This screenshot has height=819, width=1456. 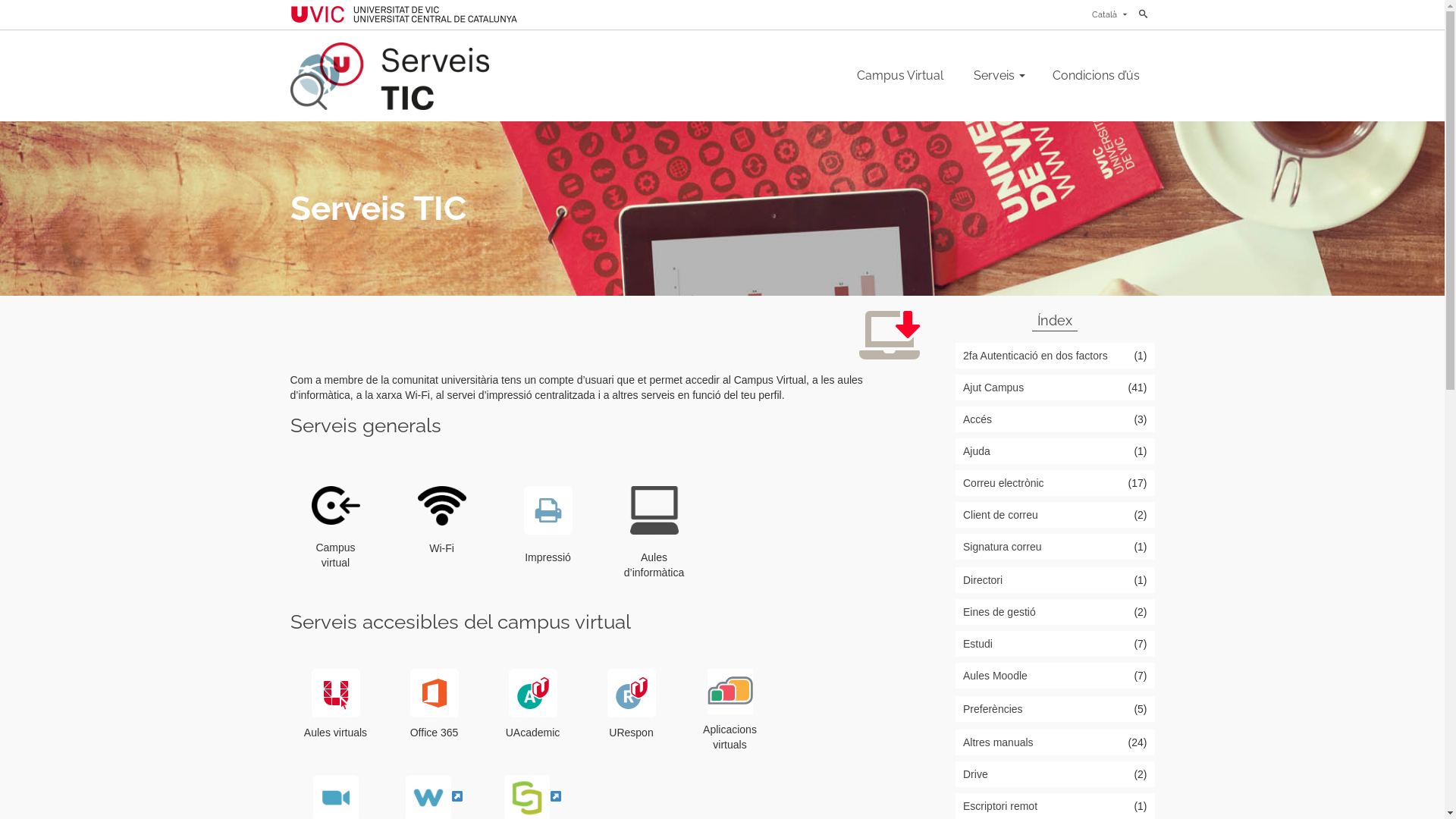 I want to click on 'Directori', so click(x=1054, y=579).